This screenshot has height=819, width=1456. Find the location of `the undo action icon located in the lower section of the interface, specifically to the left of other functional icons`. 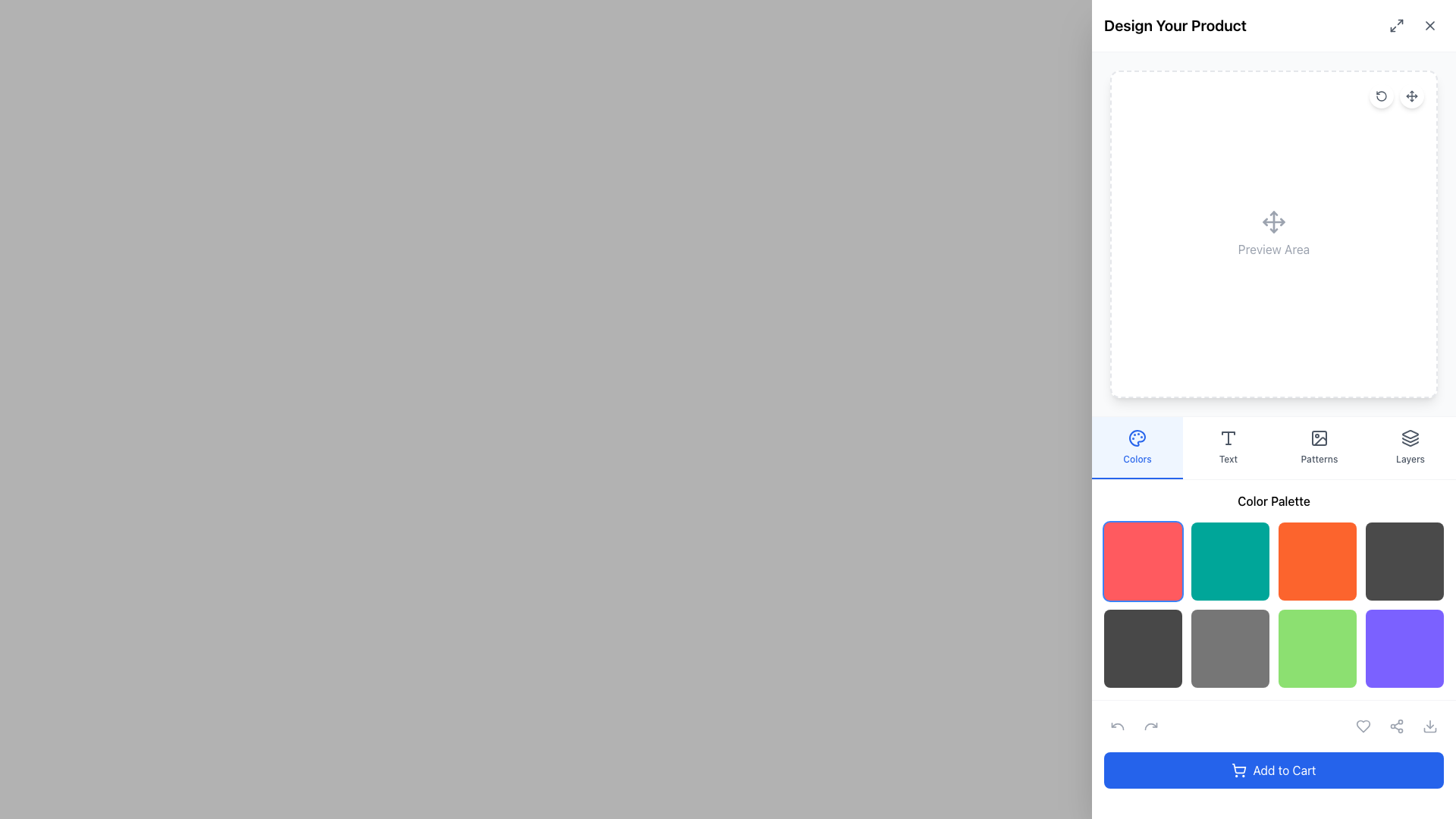

the undo action icon located in the lower section of the interface, specifically to the left of other functional icons is located at coordinates (1117, 725).